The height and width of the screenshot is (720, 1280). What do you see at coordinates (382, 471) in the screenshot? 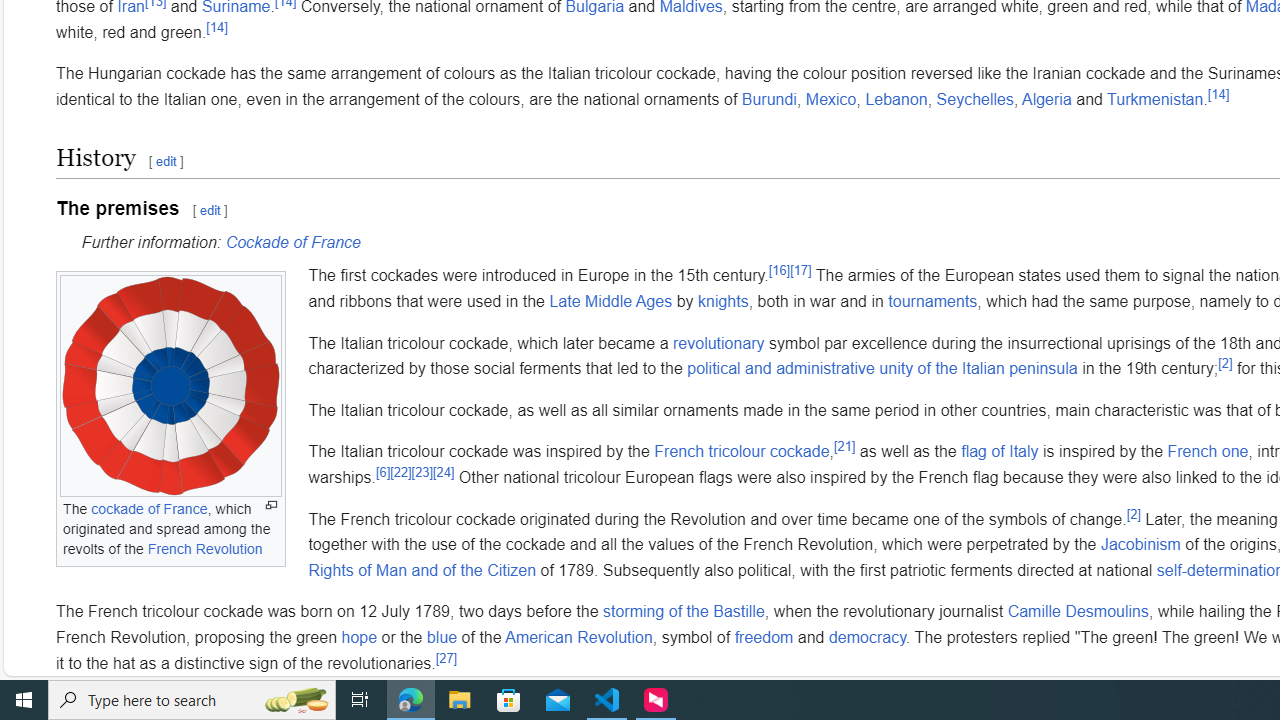
I see `'[6]'` at bounding box center [382, 471].